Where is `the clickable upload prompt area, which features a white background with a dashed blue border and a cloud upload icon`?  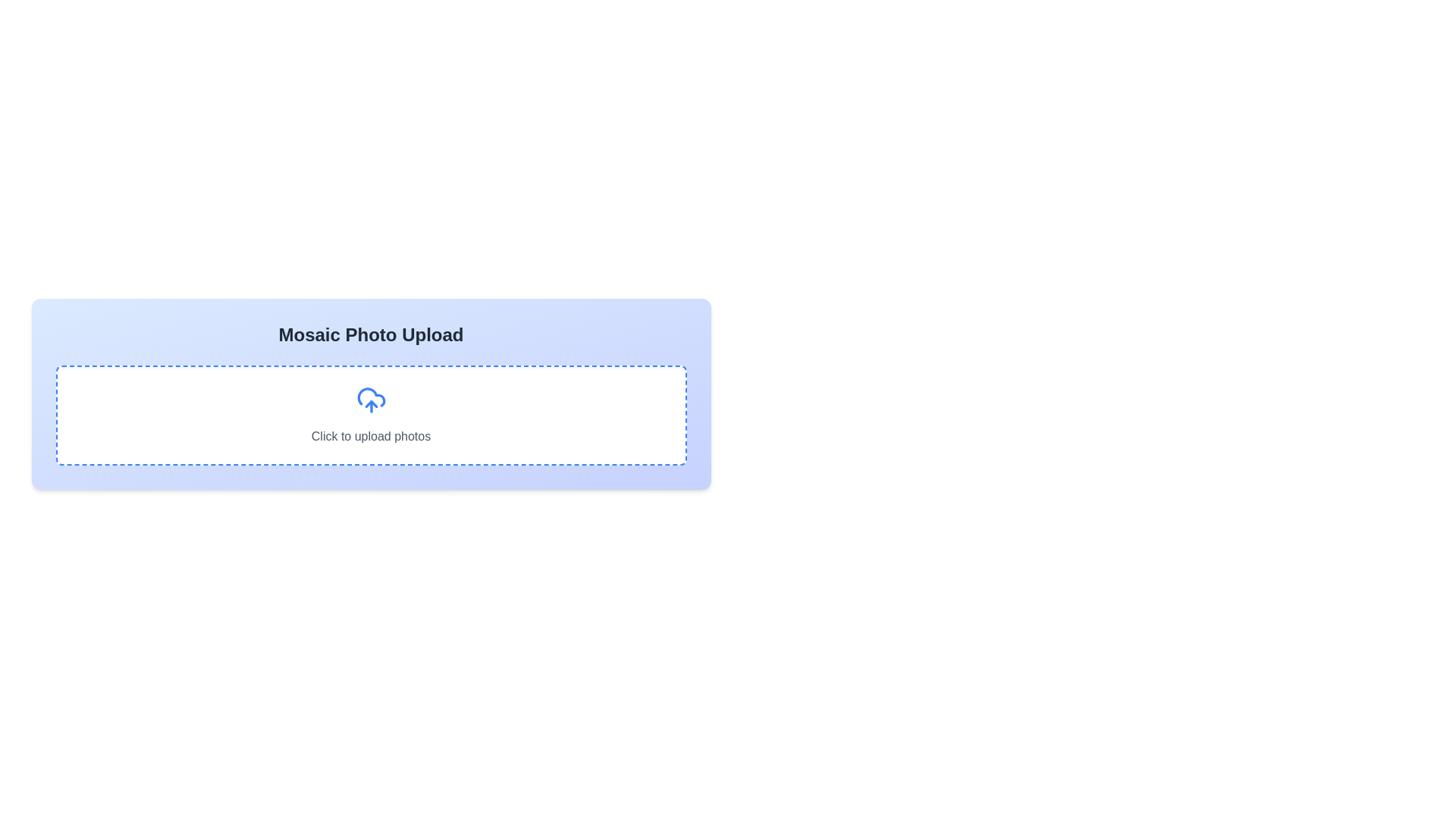
the clickable upload prompt area, which features a white background with a dashed blue border and a cloud upload icon is located at coordinates (371, 406).